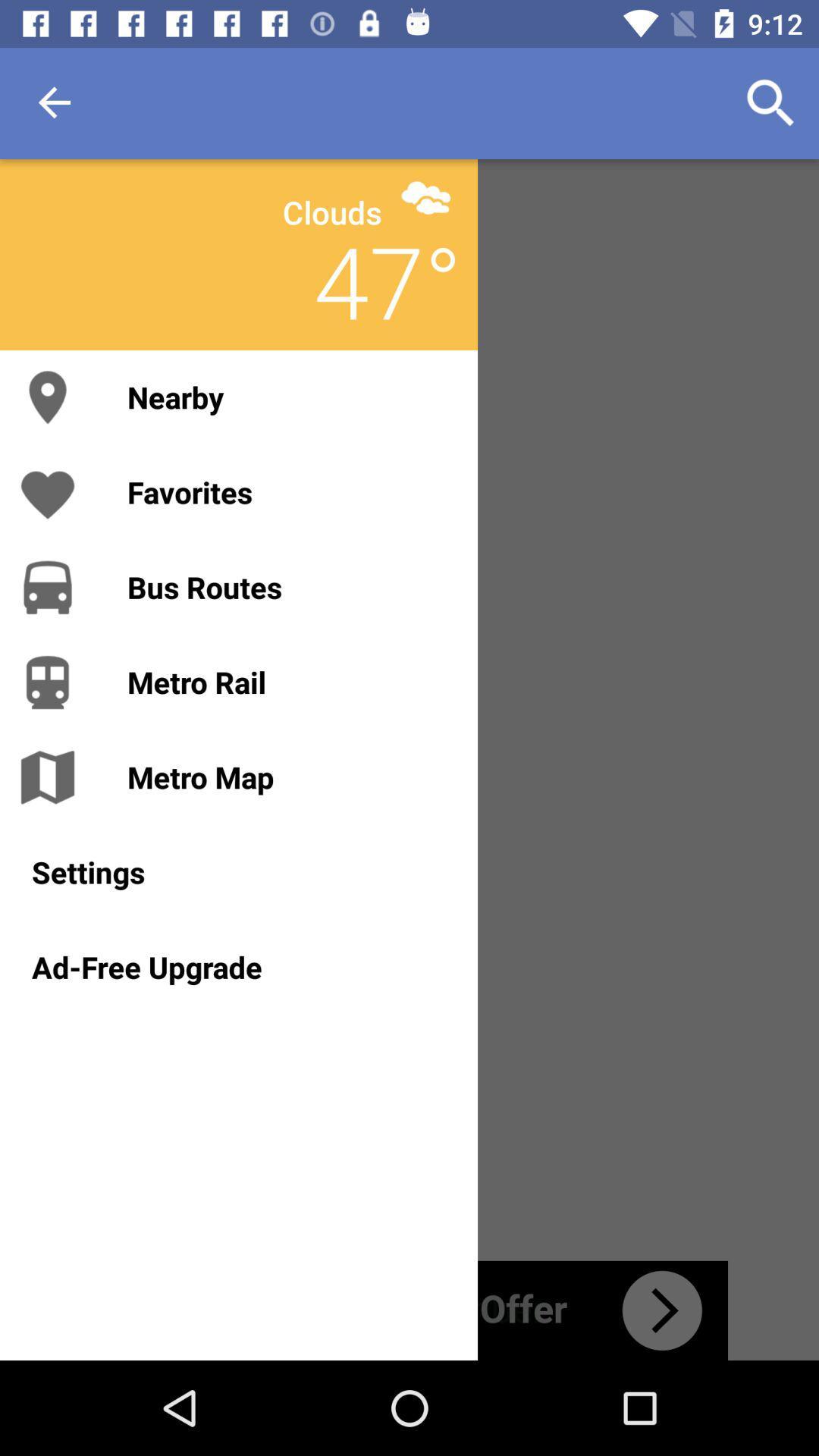 This screenshot has height=1456, width=819. Describe the element at coordinates (239, 872) in the screenshot. I see `settings` at that location.